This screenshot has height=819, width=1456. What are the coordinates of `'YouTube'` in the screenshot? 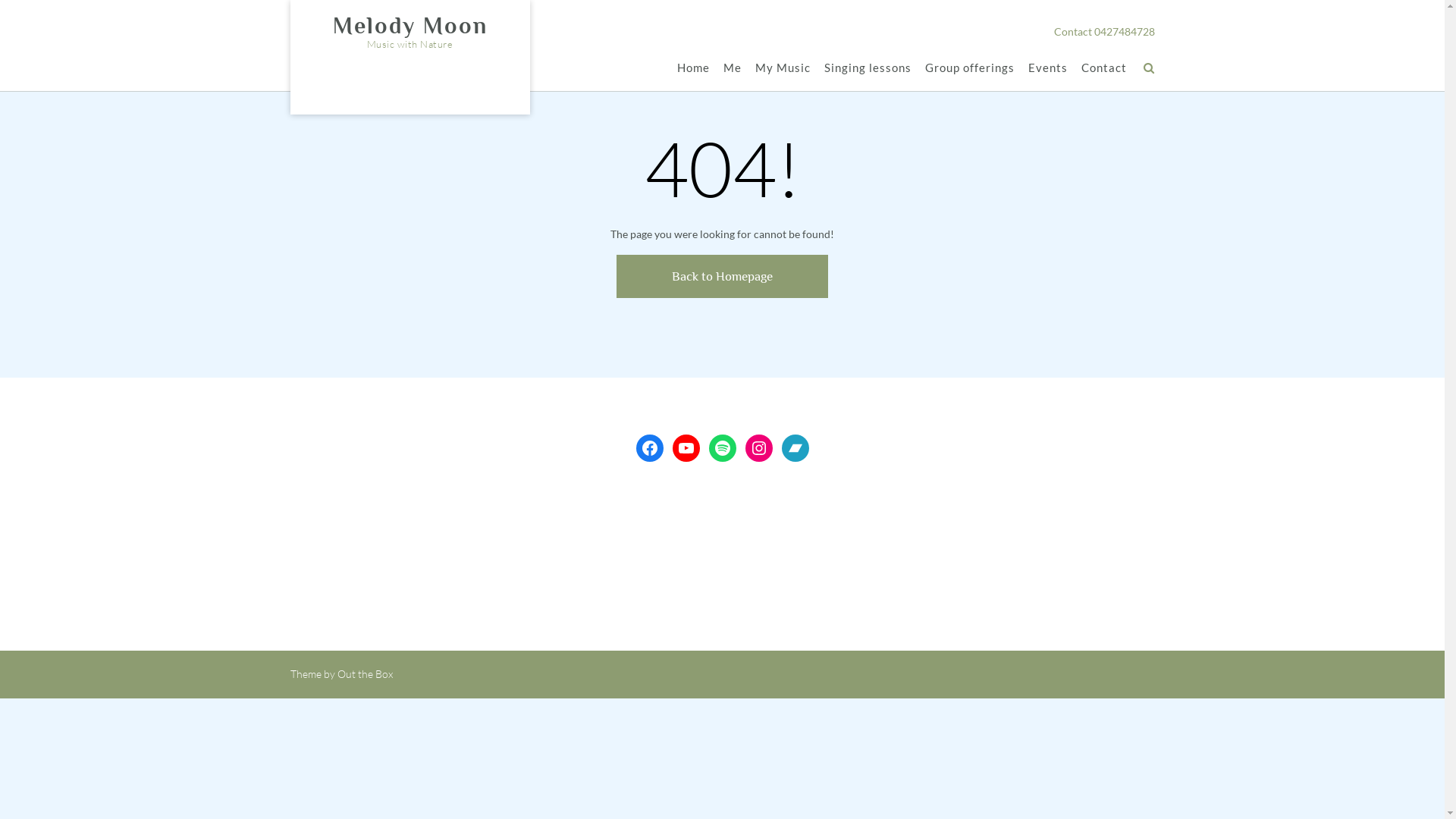 It's located at (671, 447).